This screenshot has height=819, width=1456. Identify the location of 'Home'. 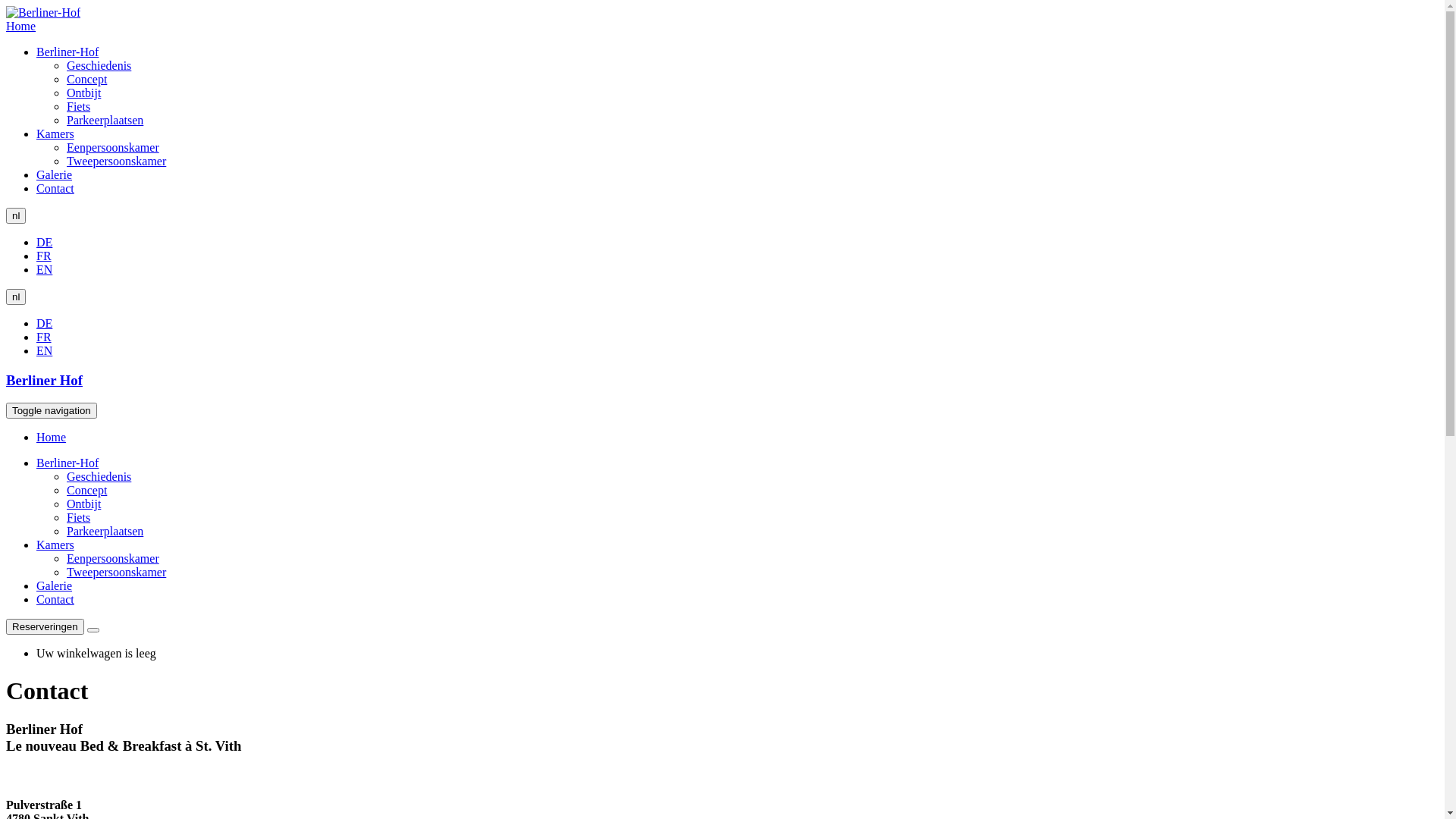
(43, 12).